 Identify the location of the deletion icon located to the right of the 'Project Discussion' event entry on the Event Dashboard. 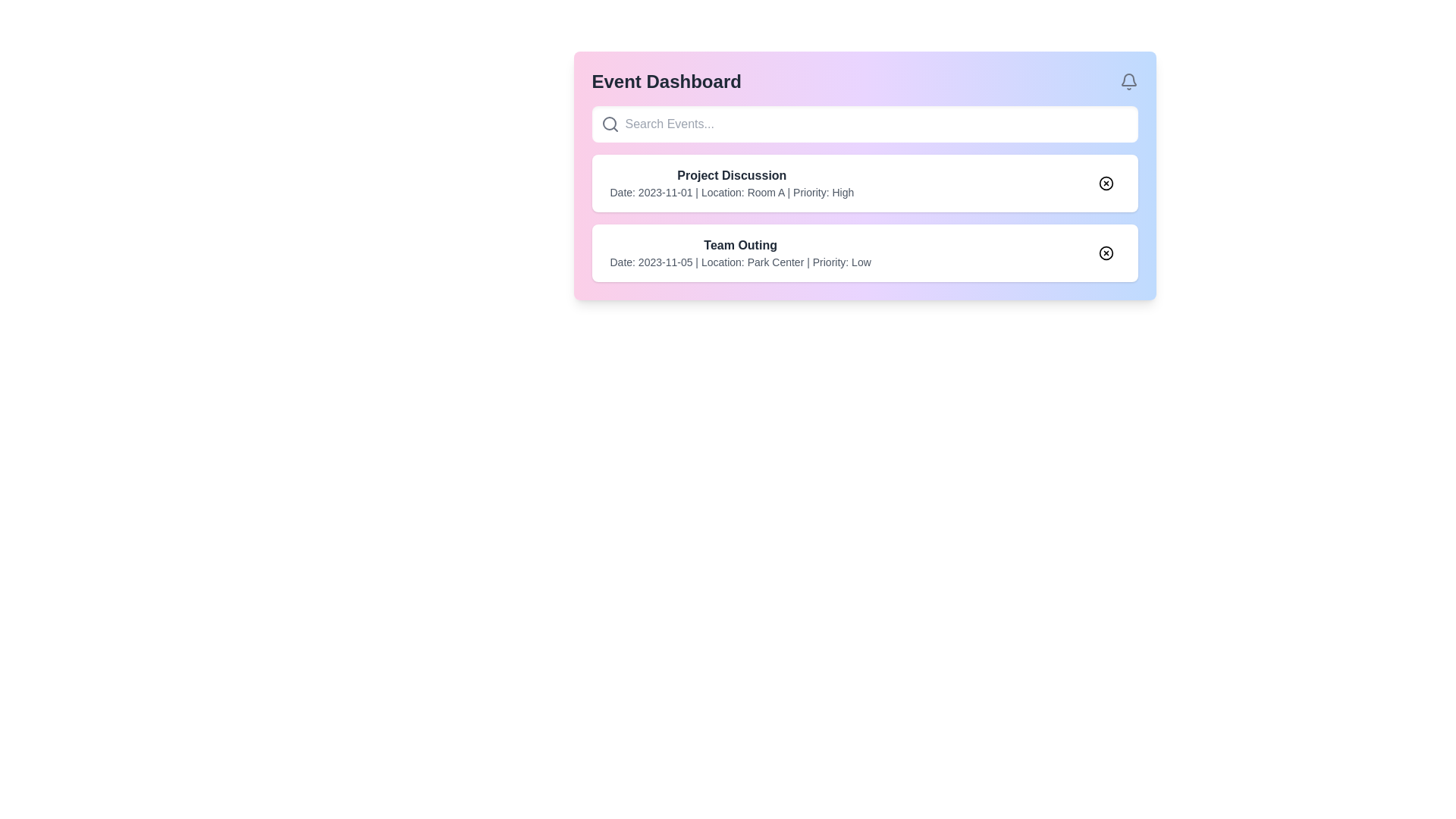
(1106, 183).